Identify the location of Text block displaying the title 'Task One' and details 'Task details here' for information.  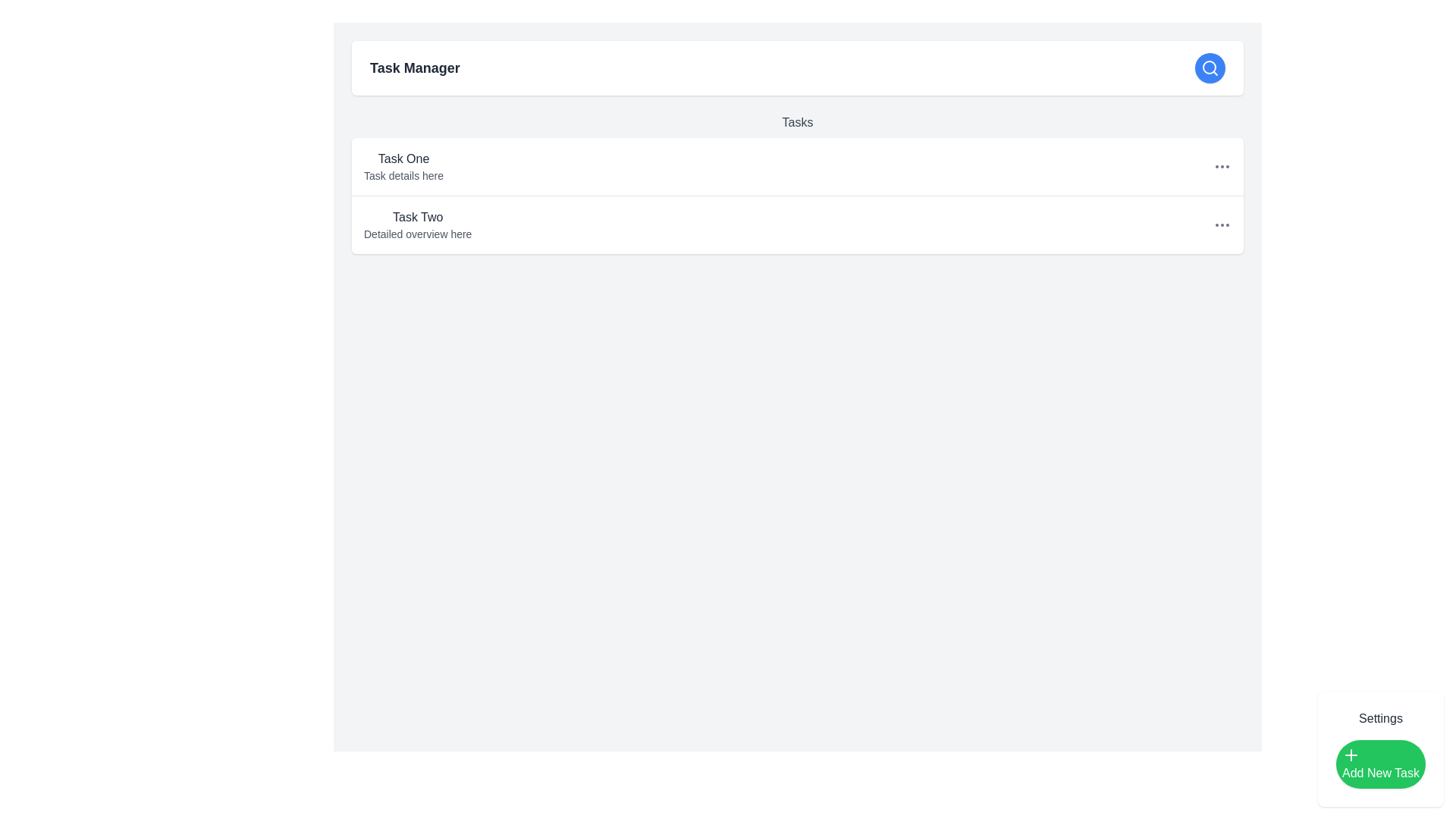
(403, 166).